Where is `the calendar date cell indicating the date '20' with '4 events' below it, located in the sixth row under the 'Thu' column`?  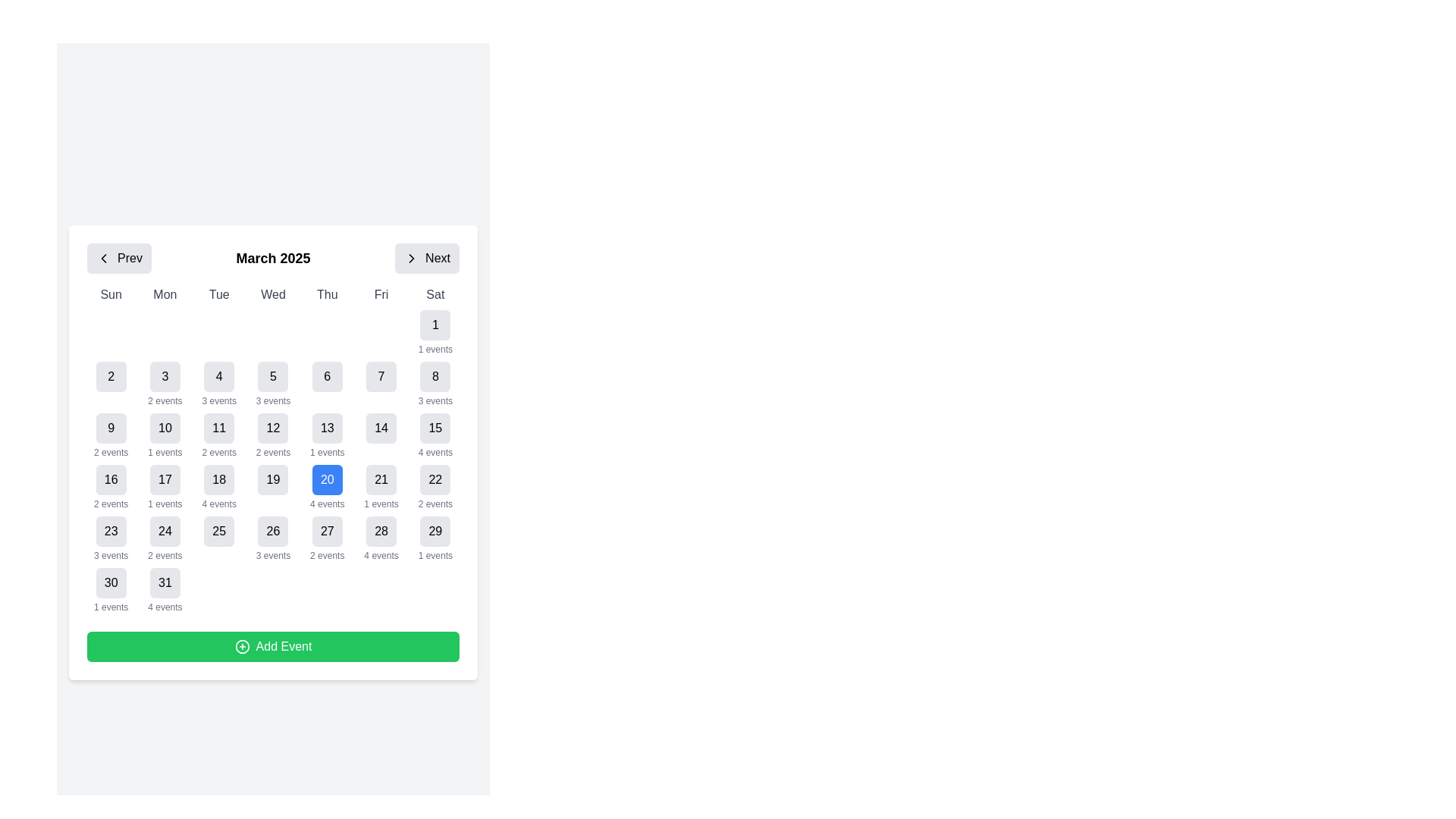
the calendar date cell indicating the date '20' with '4 events' below it, located in the sixth row under the 'Thu' column is located at coordinates (326, 488).